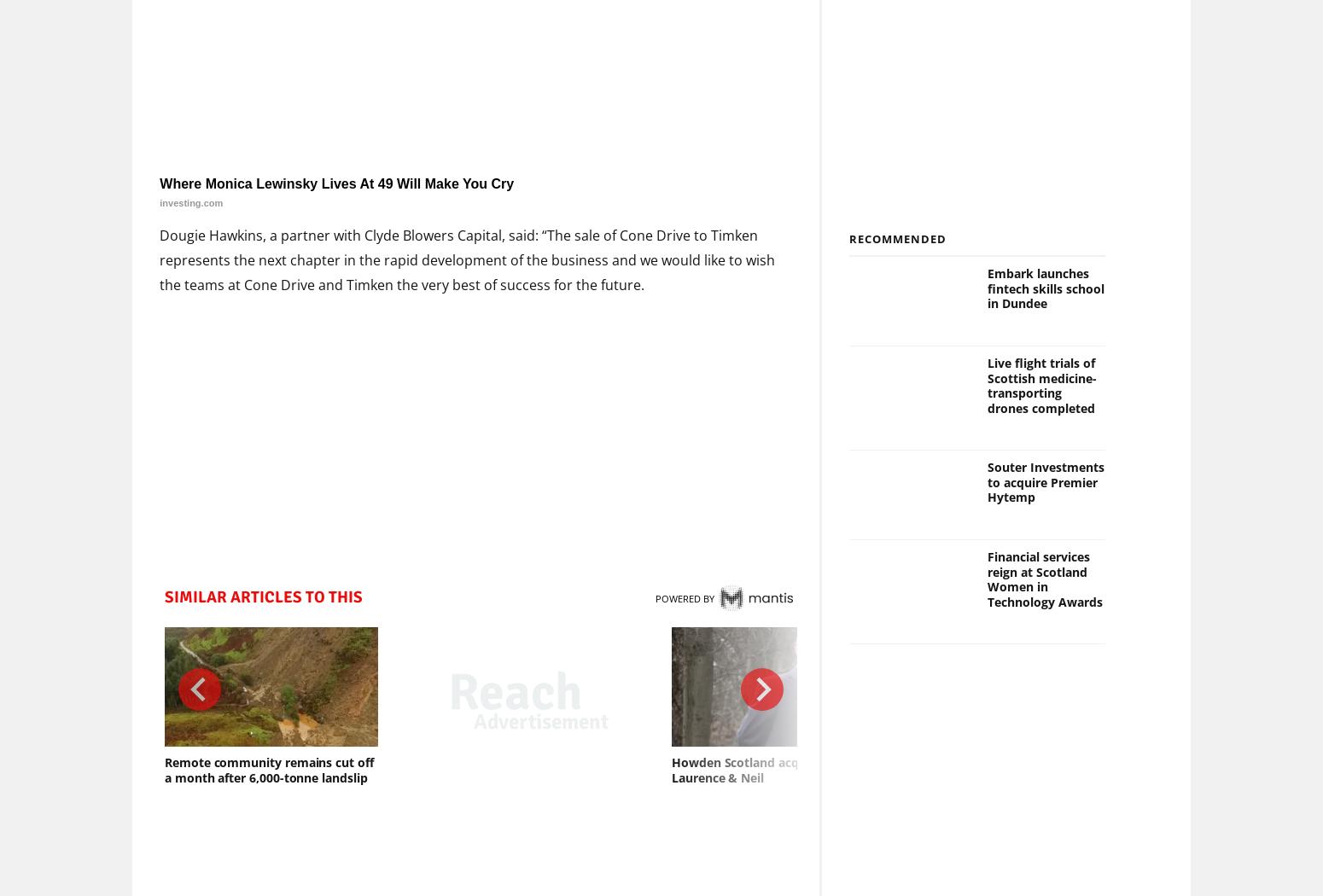 The height and width of the screenshot is (896, 1323). Describe the element at coordinates (467, 260) in the screenshot. I see `'Dougie Hawkins, a partner with Clyde Blowers Capital, said: “The sale of Cone Drive to Timken represents the next chapter in the rapid development of the business and we would like to wish the teams at Cone Drive and Timken the very best of success for the future.'` at that location.